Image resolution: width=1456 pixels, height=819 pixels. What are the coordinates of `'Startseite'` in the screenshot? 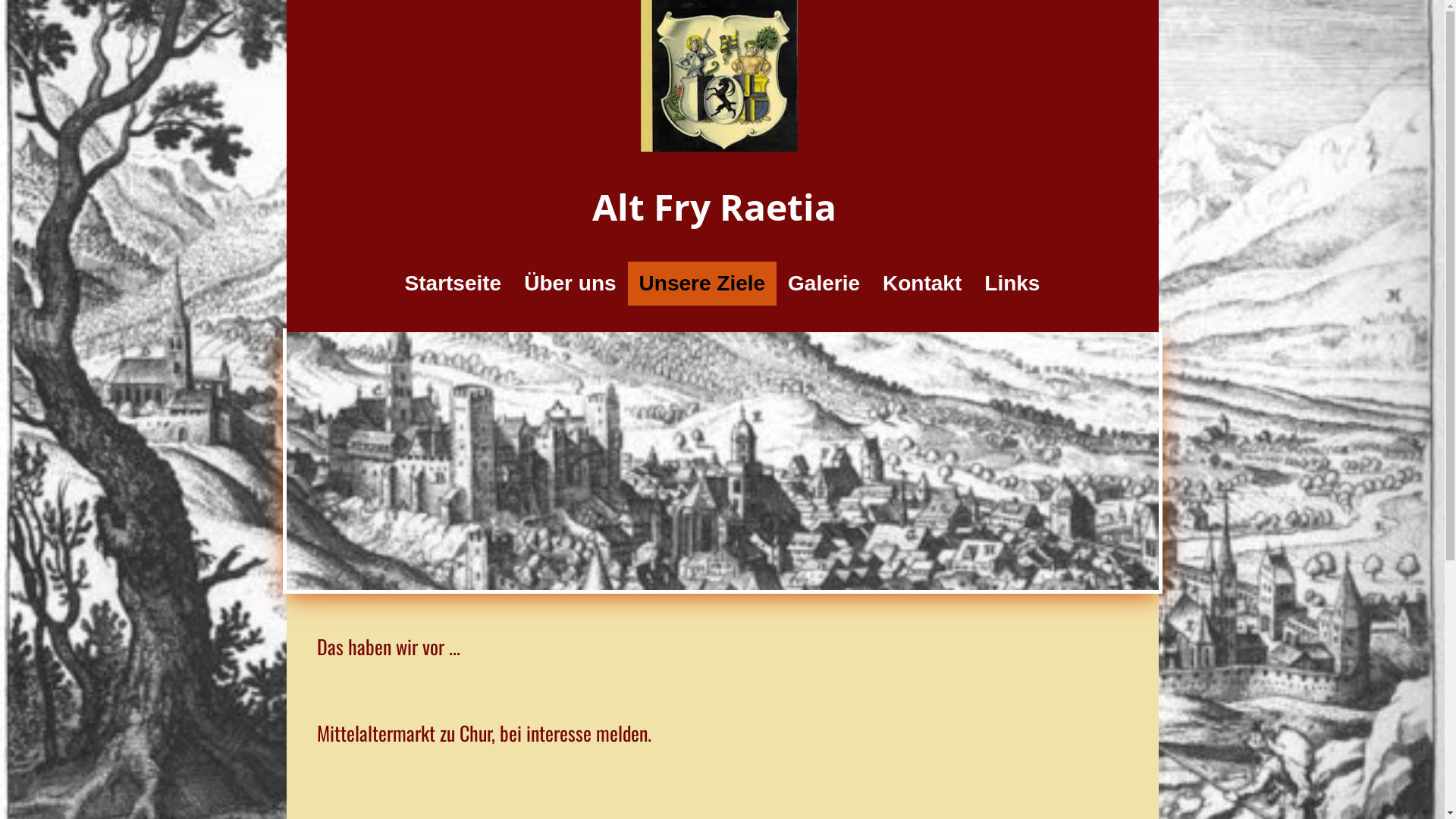 It's located at (393, 284).